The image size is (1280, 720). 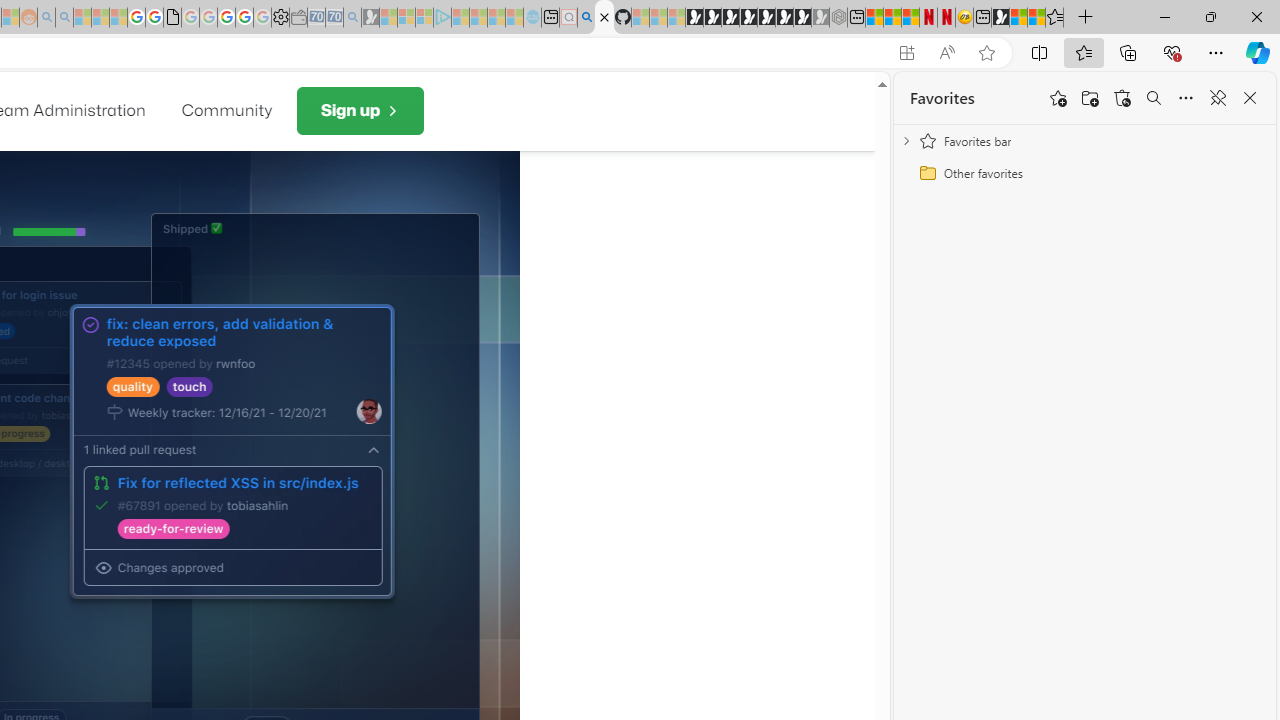 I want to click on 'Copilot (Ctrl+Shift+.)', so click(x=1257, y=51).